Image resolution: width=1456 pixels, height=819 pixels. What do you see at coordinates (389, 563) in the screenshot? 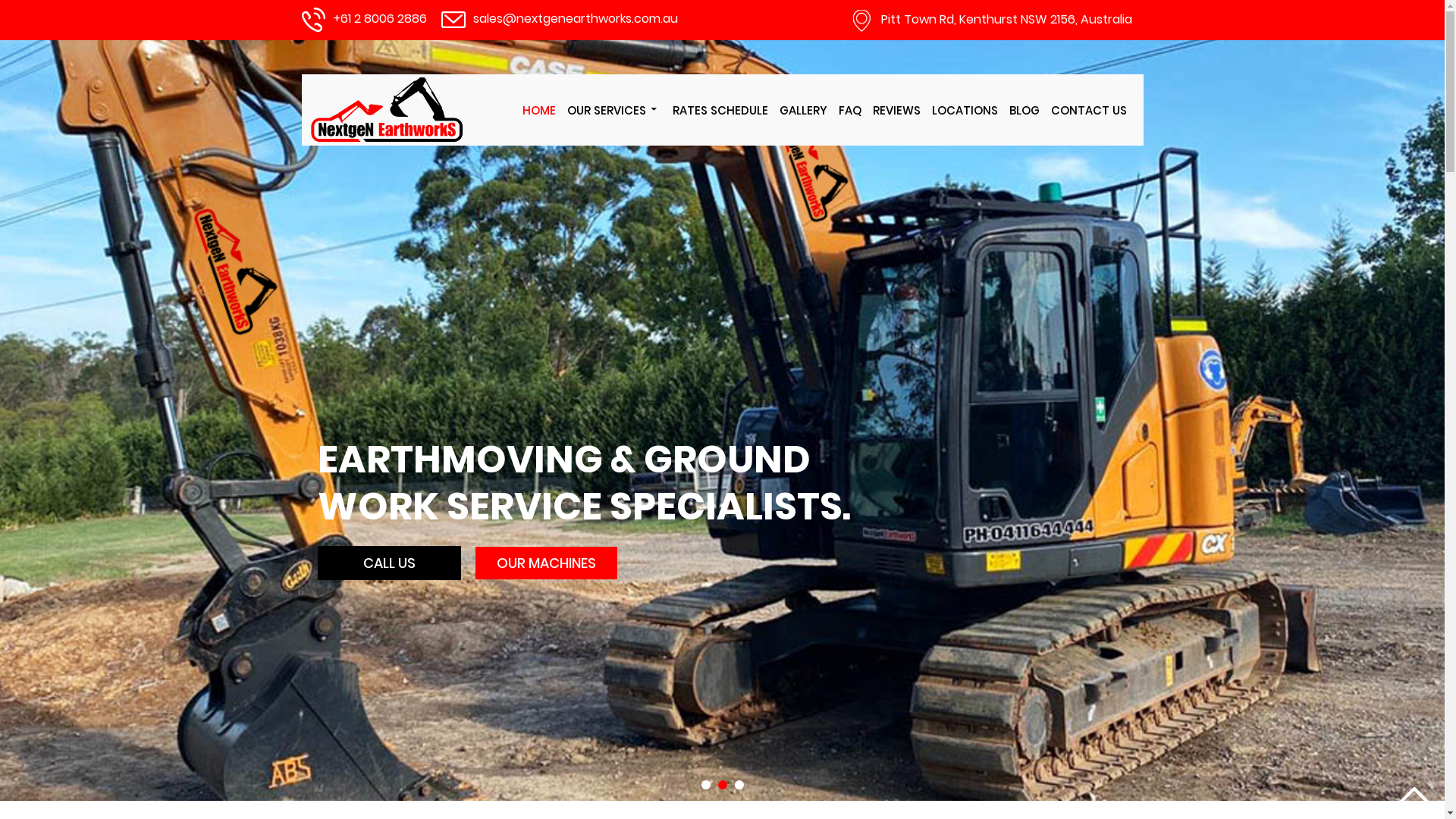
I see `'CALL US'` at bounding box center [389, 563].